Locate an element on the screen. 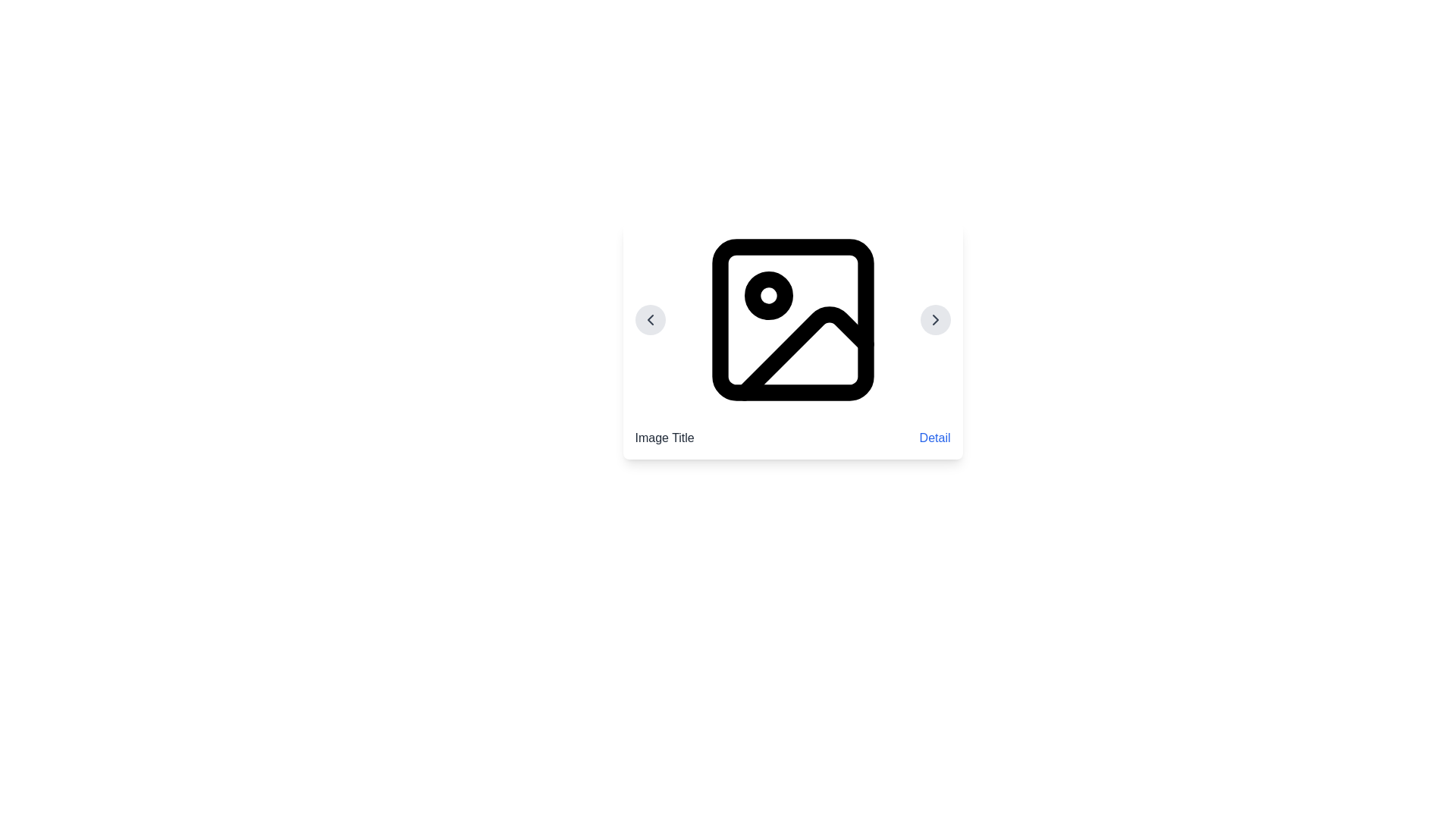  the text link labeled 'Detail' is located at coordinates (934, 438).